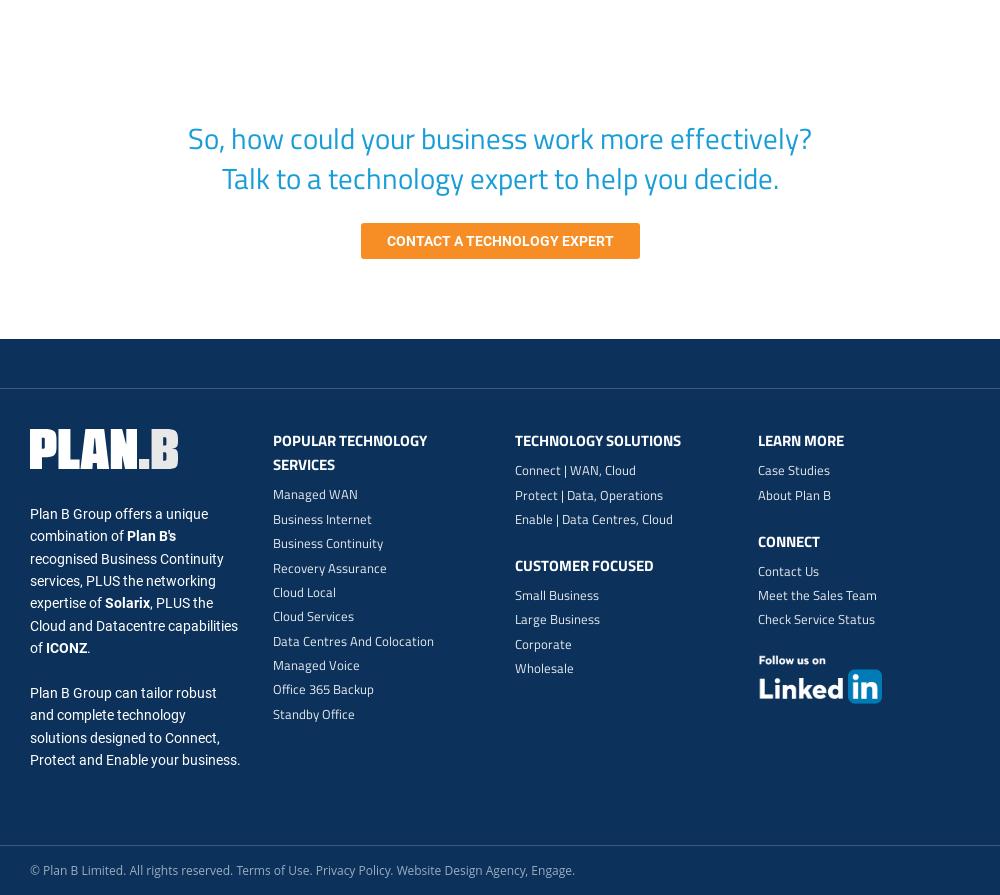 The height and width of the screenshot is (895, 1000). I want to click on 'Managed Voice', so click(272, 663).